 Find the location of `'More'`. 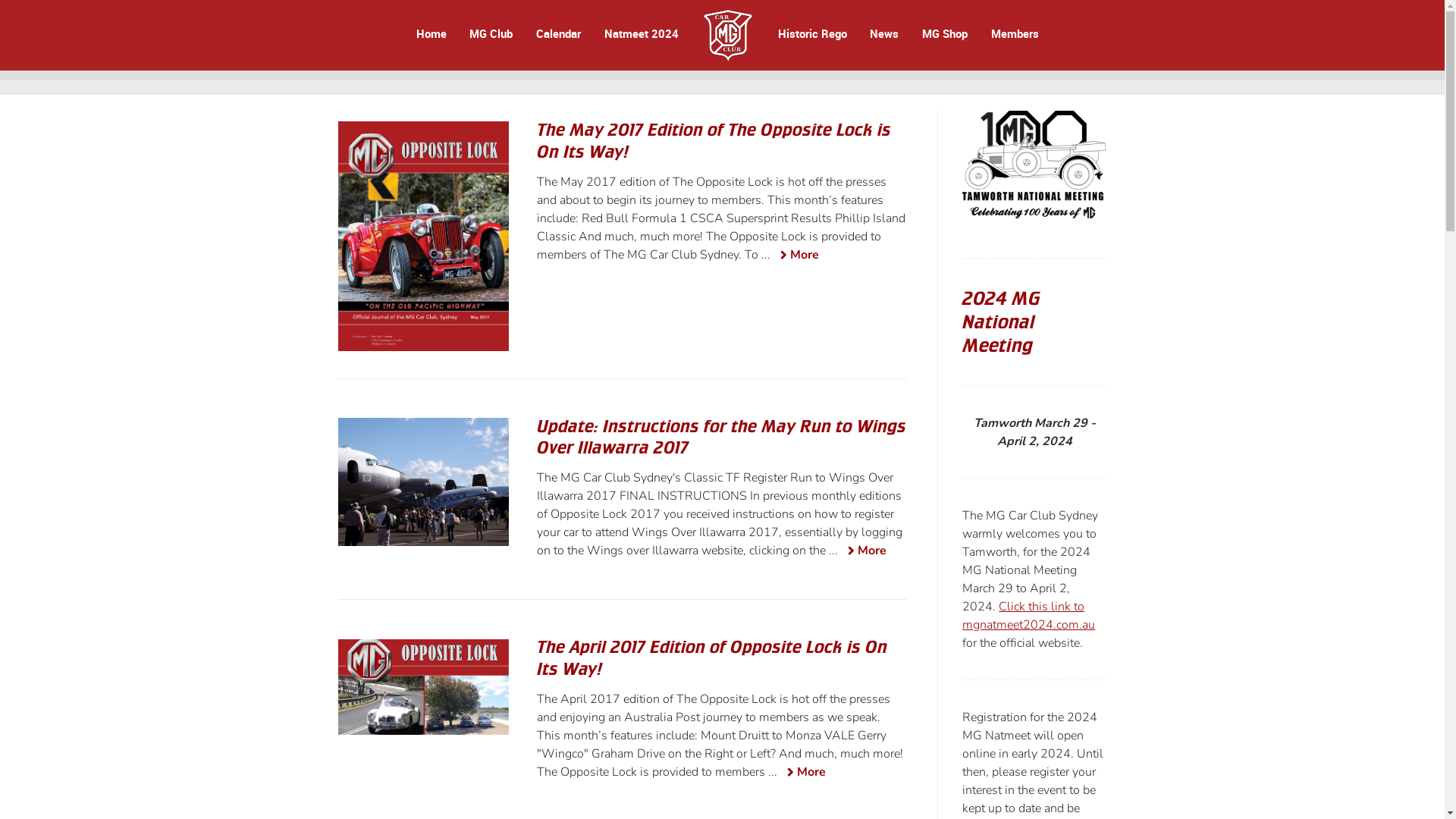

'More' is located at coordinates (795, 255).